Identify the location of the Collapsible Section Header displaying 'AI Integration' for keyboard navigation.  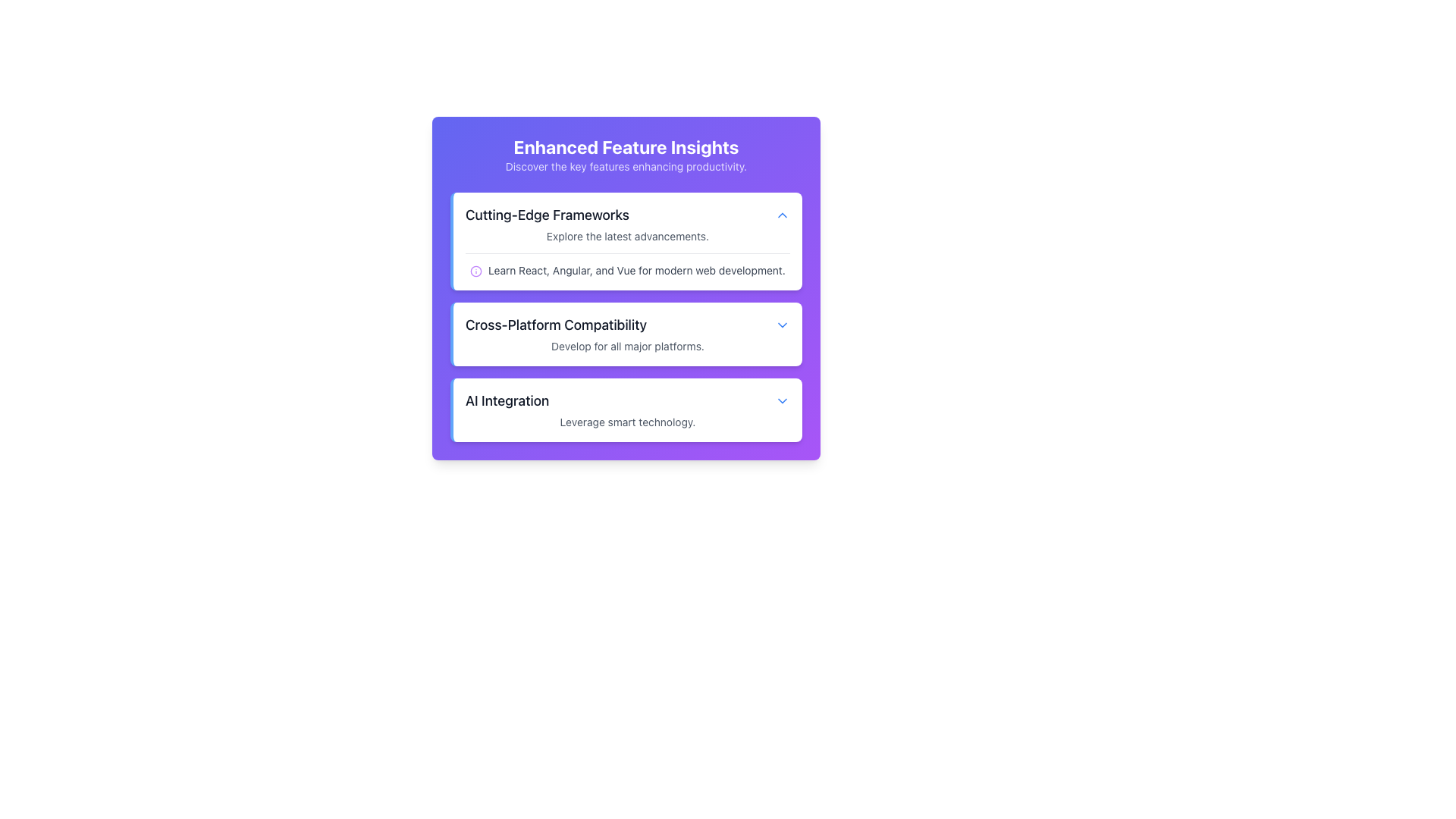
(628, 400).